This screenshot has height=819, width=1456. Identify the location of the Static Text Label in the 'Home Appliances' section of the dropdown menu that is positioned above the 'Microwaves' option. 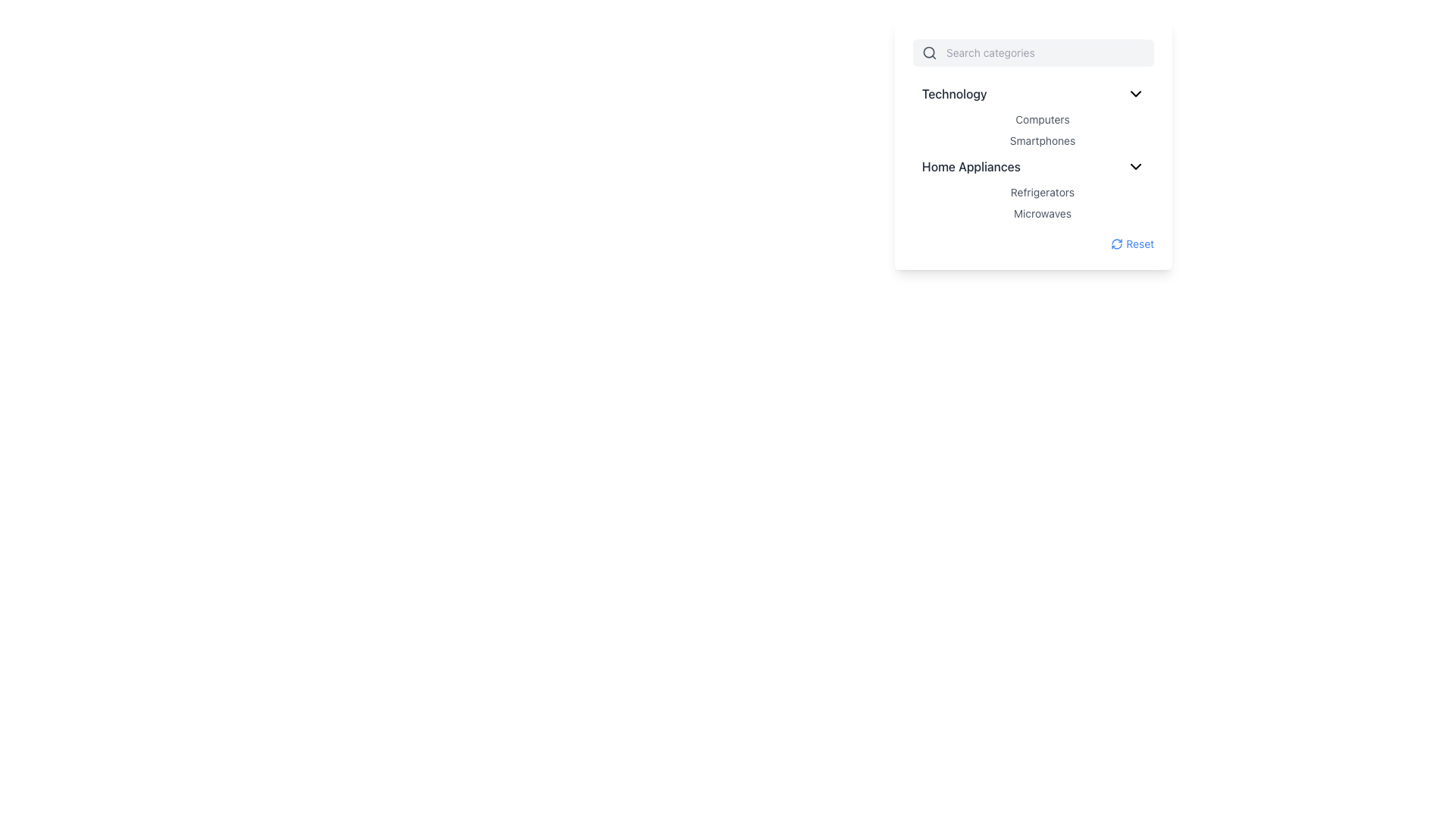
(1041, 192).